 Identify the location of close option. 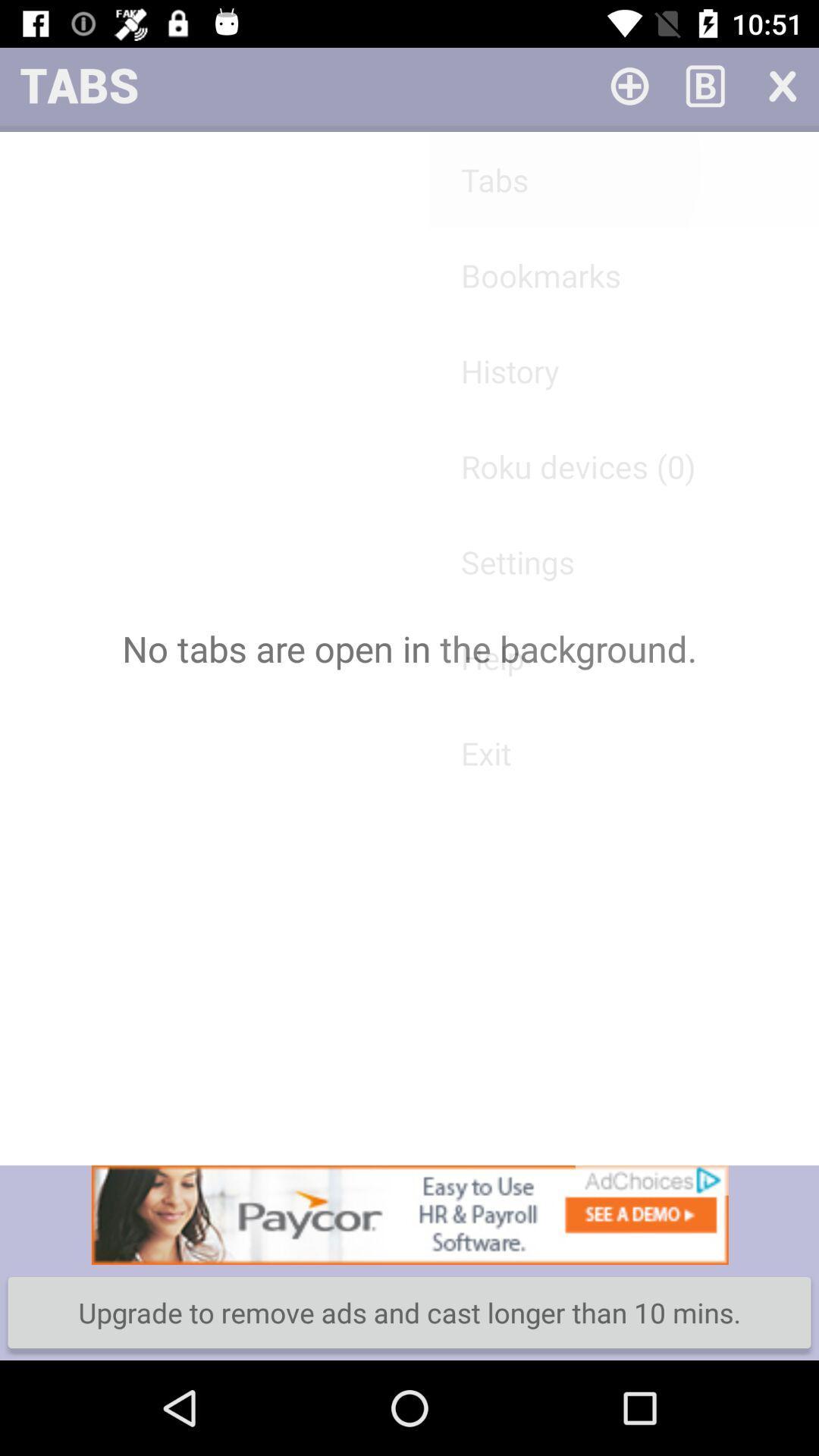
(781, 84).